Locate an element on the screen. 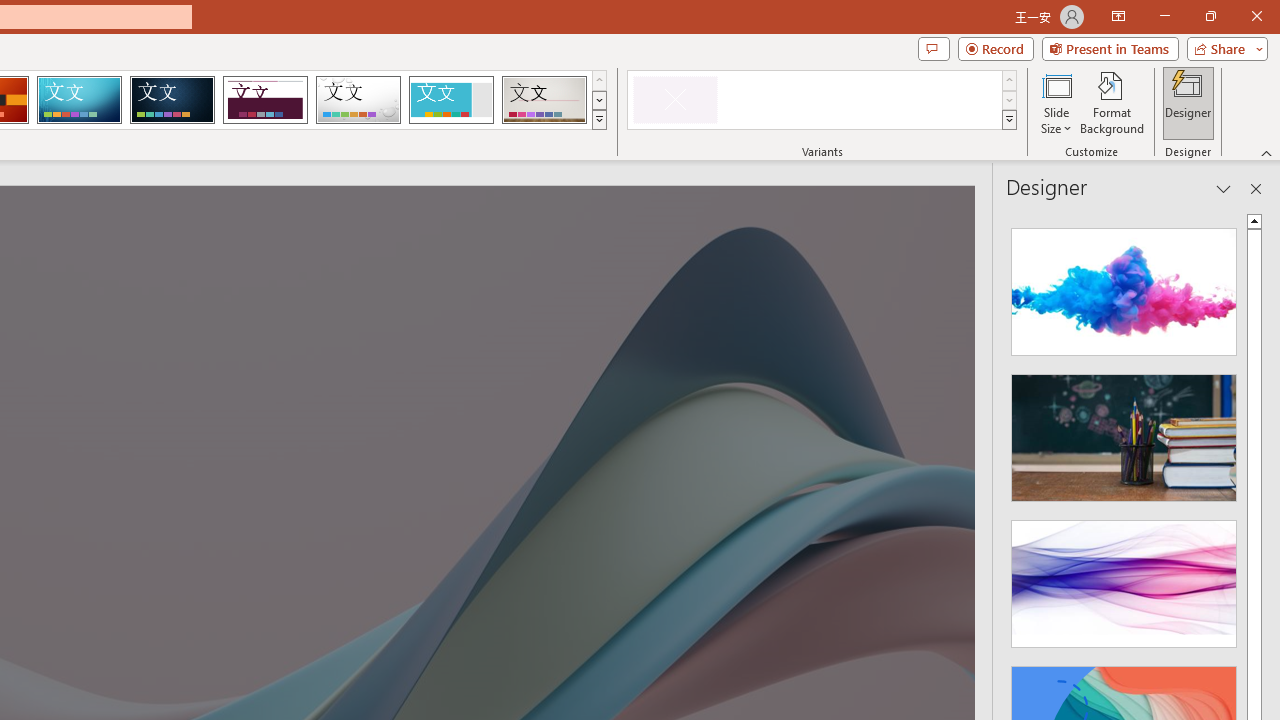 The width and height of the screenshot is (1280, 720). 'Damask' is located at coordinates (172, 100).